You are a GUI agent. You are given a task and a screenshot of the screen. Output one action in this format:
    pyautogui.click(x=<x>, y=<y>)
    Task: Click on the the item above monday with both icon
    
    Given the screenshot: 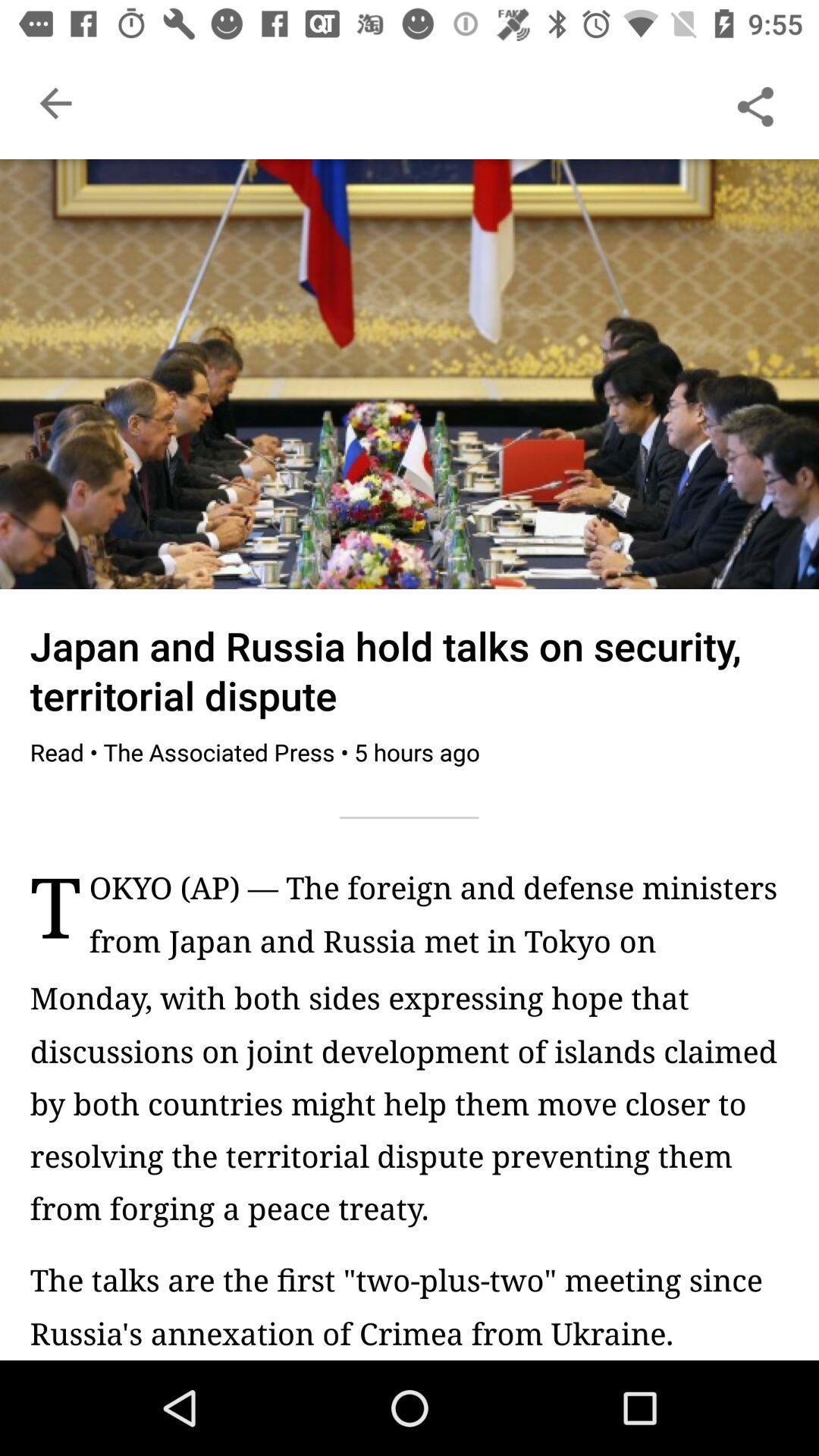 What is the action you would take?
    pyautogui.click(x=438, y=921)
    